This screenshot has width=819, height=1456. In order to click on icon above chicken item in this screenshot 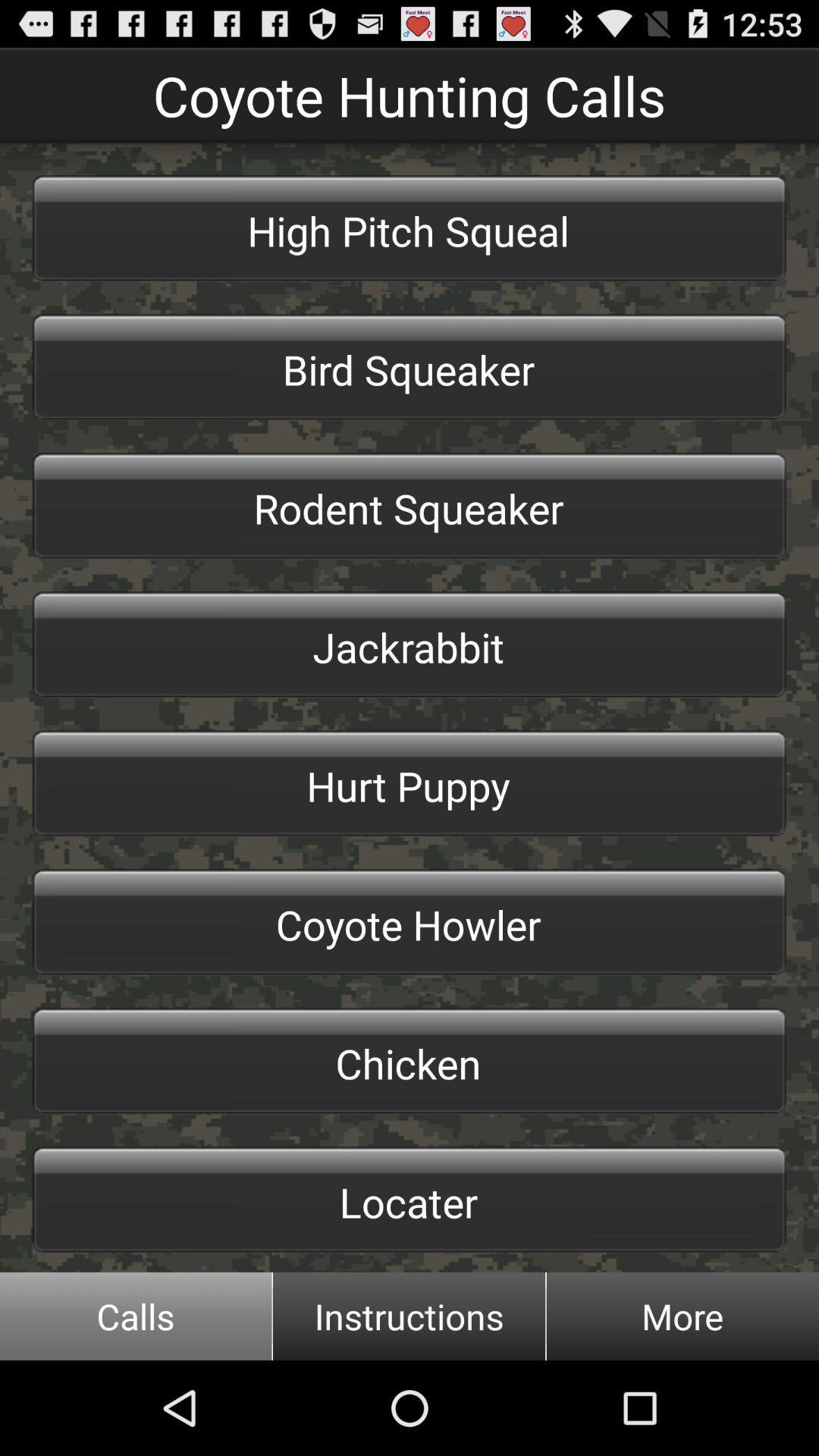, I will do `click(409, 921)`.